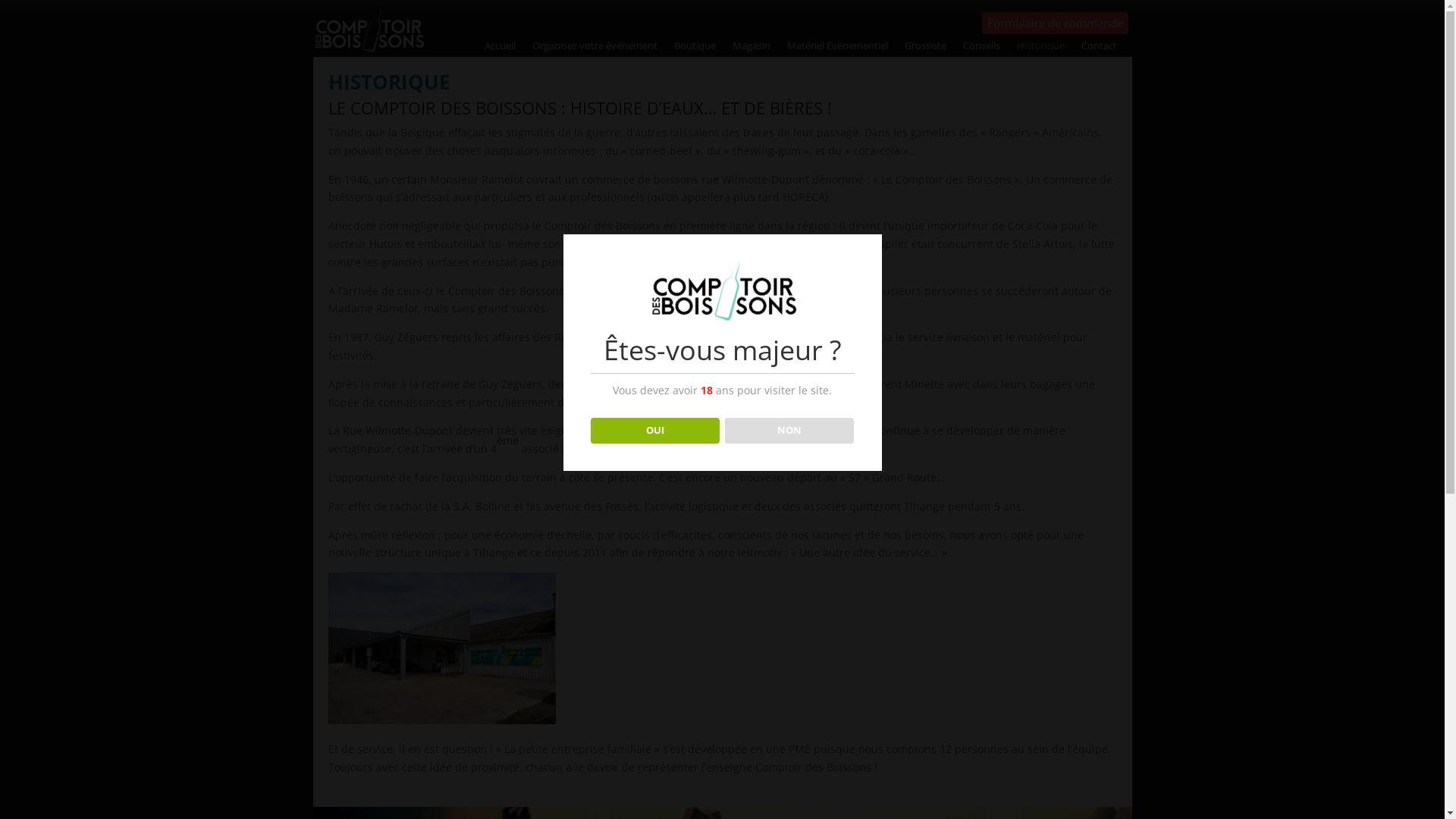 The width and height of the screenshot is (1456, 819). What do you see at coordinates (694, 48) in the screenshot?
I see `'Boutique'` at bounding box center [694, 48].